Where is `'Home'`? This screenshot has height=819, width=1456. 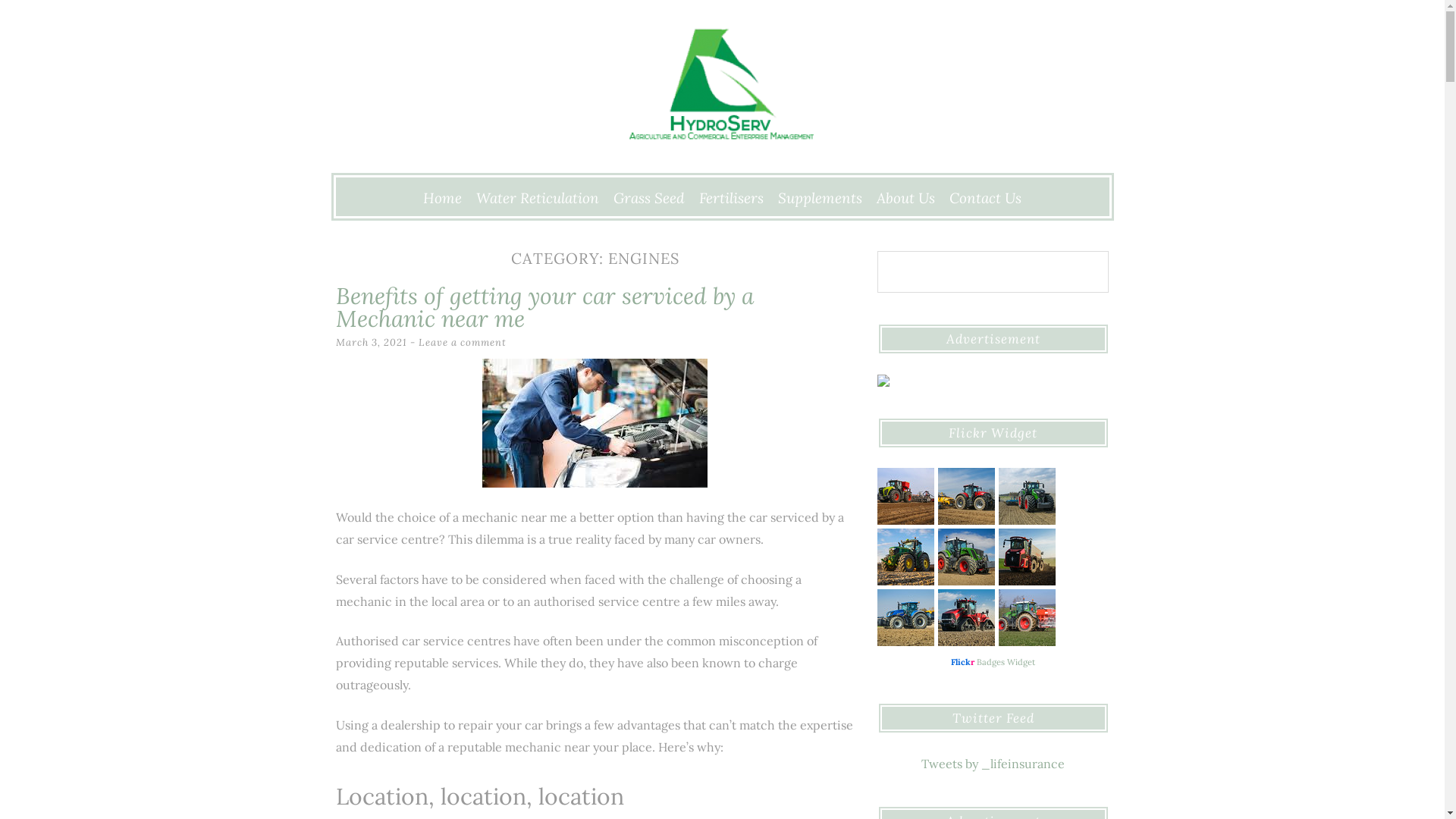 'Home' is located at coordinates (422, 197).